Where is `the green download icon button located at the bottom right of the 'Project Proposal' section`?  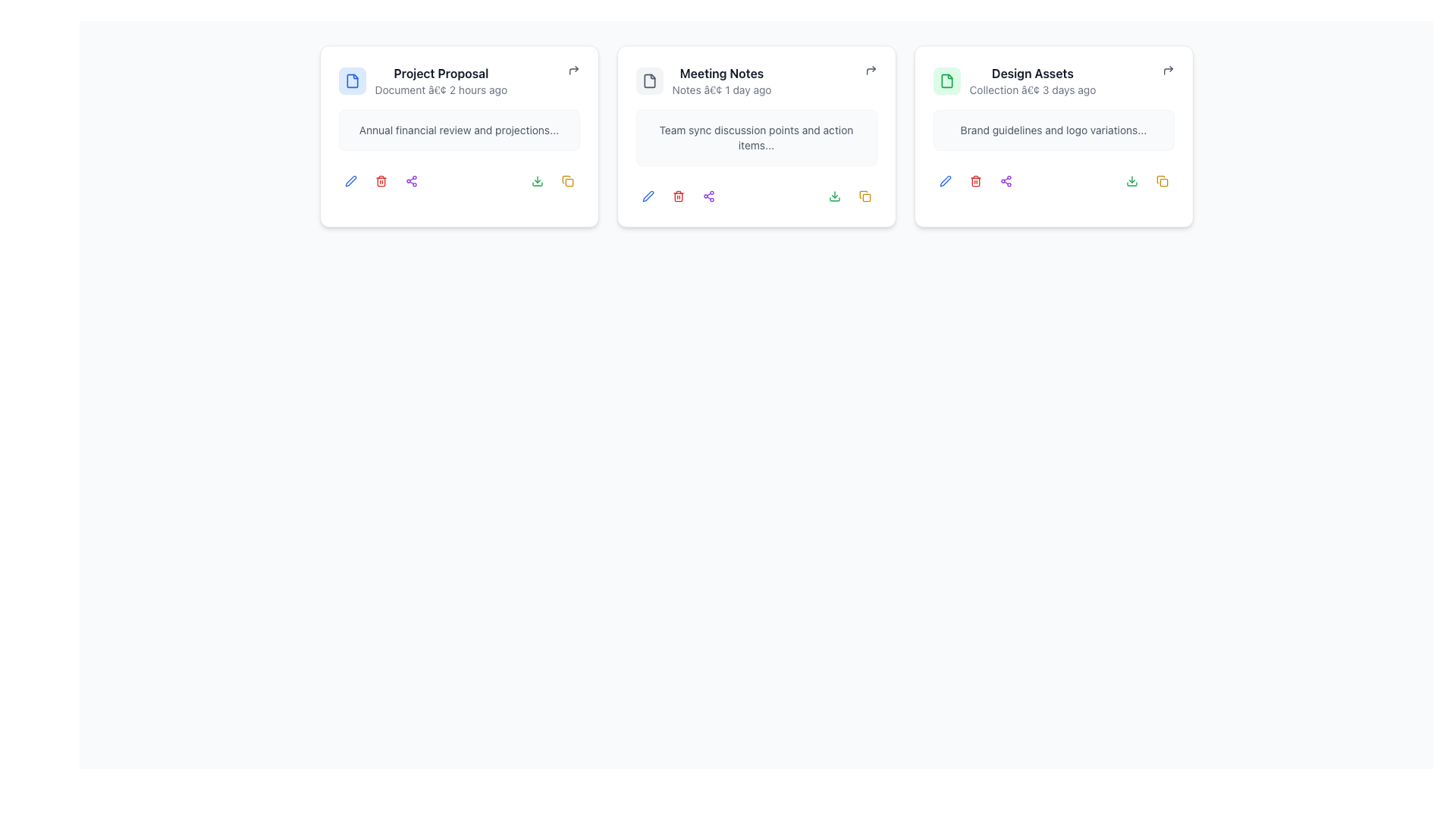
the green download icon button located at the bottom right of the 'Project Proposal' section is located at coordinates (537, 180).